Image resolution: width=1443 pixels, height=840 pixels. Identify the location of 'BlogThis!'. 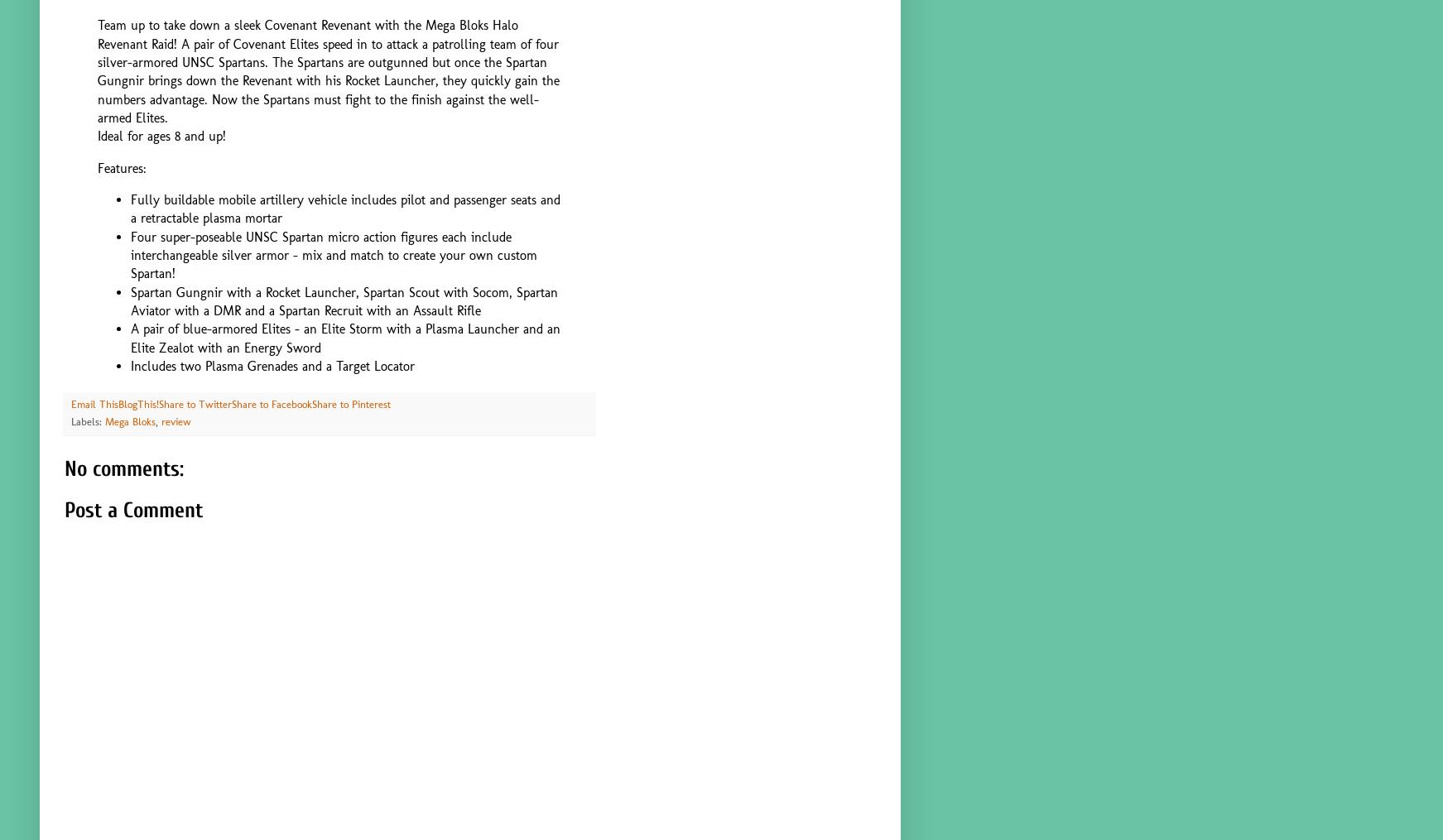
(138, 403).